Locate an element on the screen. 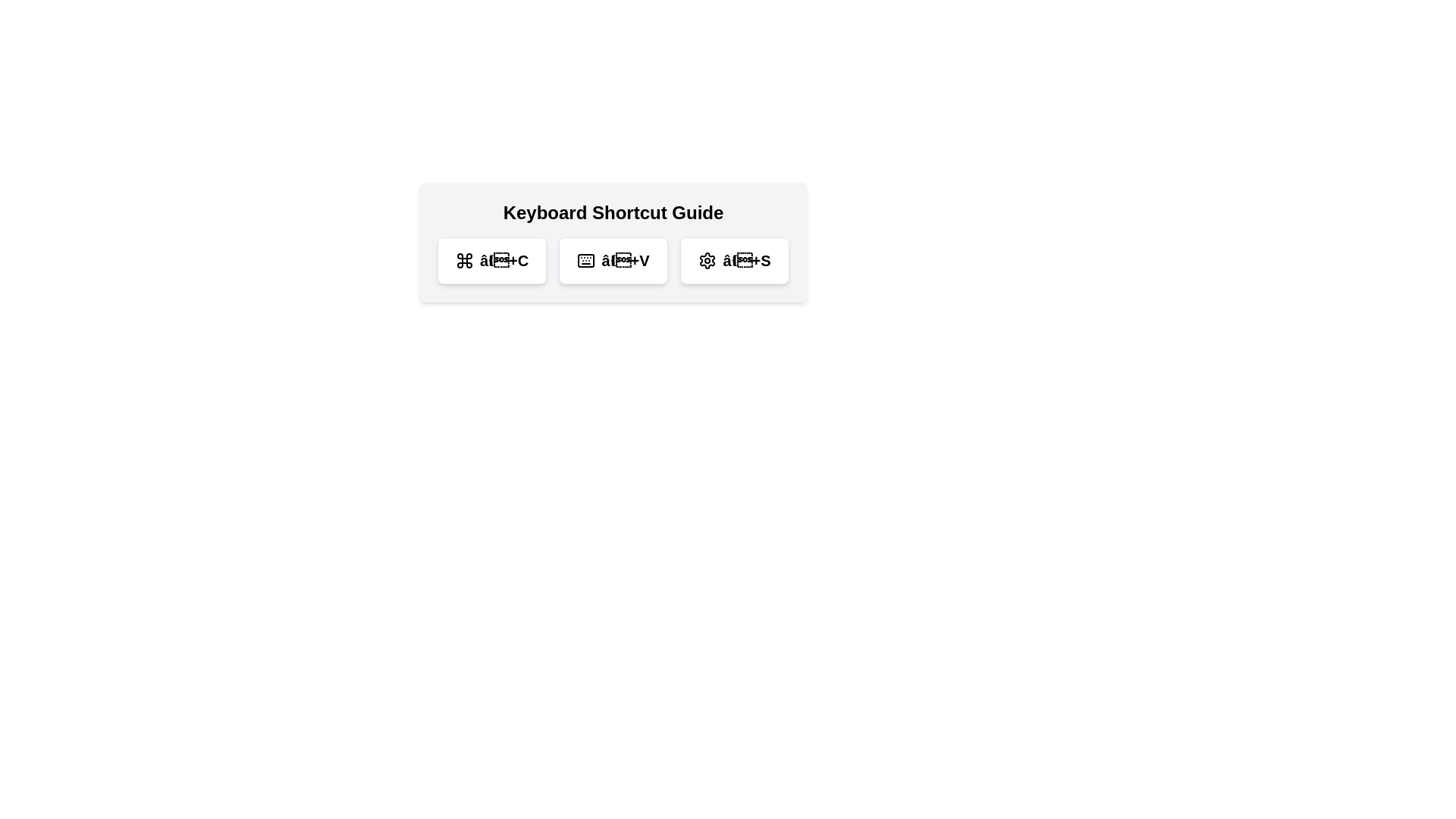  the second button in the Keyboard Shortcut Guide labeled for the '⌘+V' command is located at coordinates (613, 259).